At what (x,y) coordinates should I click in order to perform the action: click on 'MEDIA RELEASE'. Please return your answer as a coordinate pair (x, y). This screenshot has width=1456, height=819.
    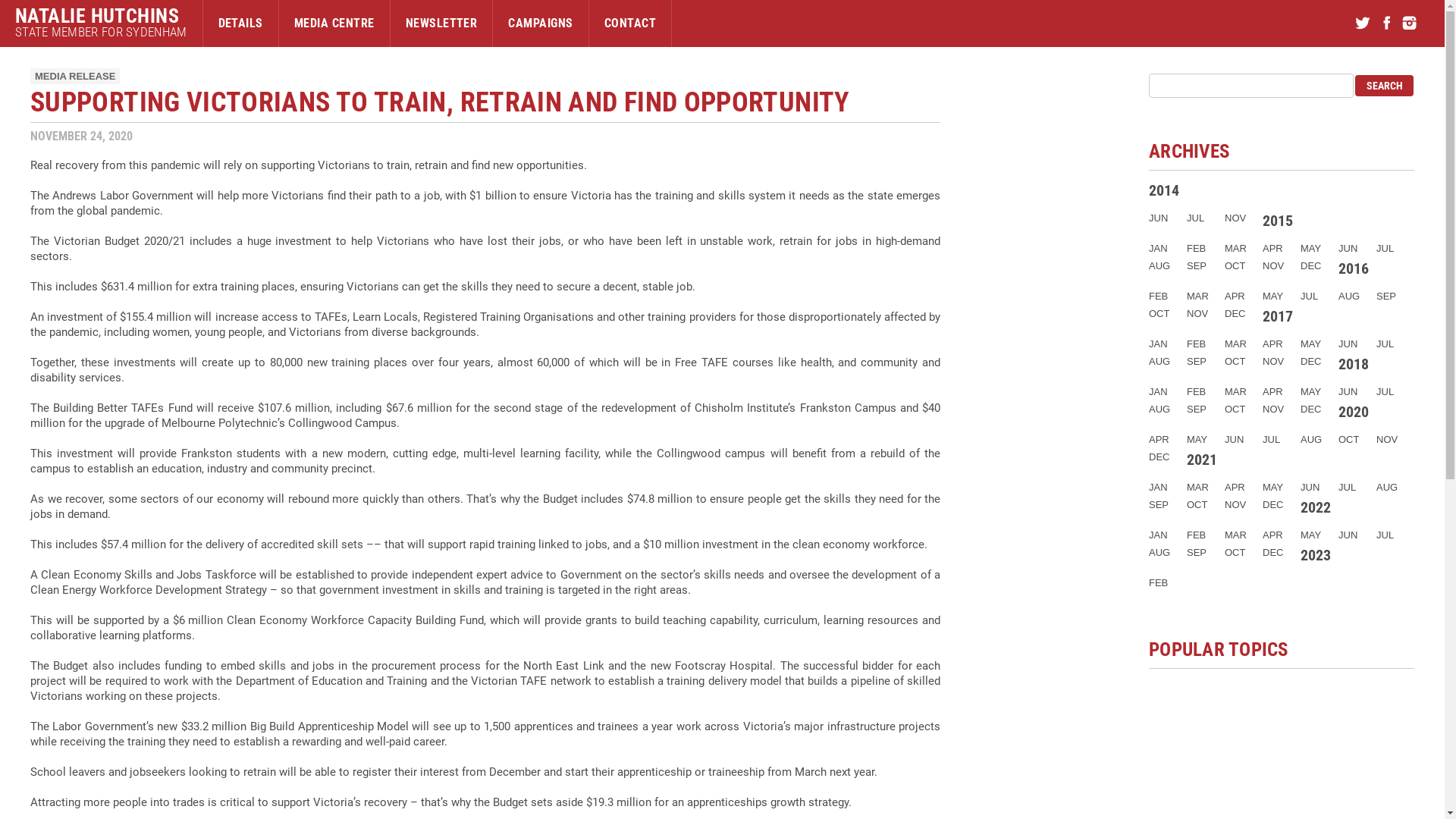
    Looking at the image, I should click on (74, 76).